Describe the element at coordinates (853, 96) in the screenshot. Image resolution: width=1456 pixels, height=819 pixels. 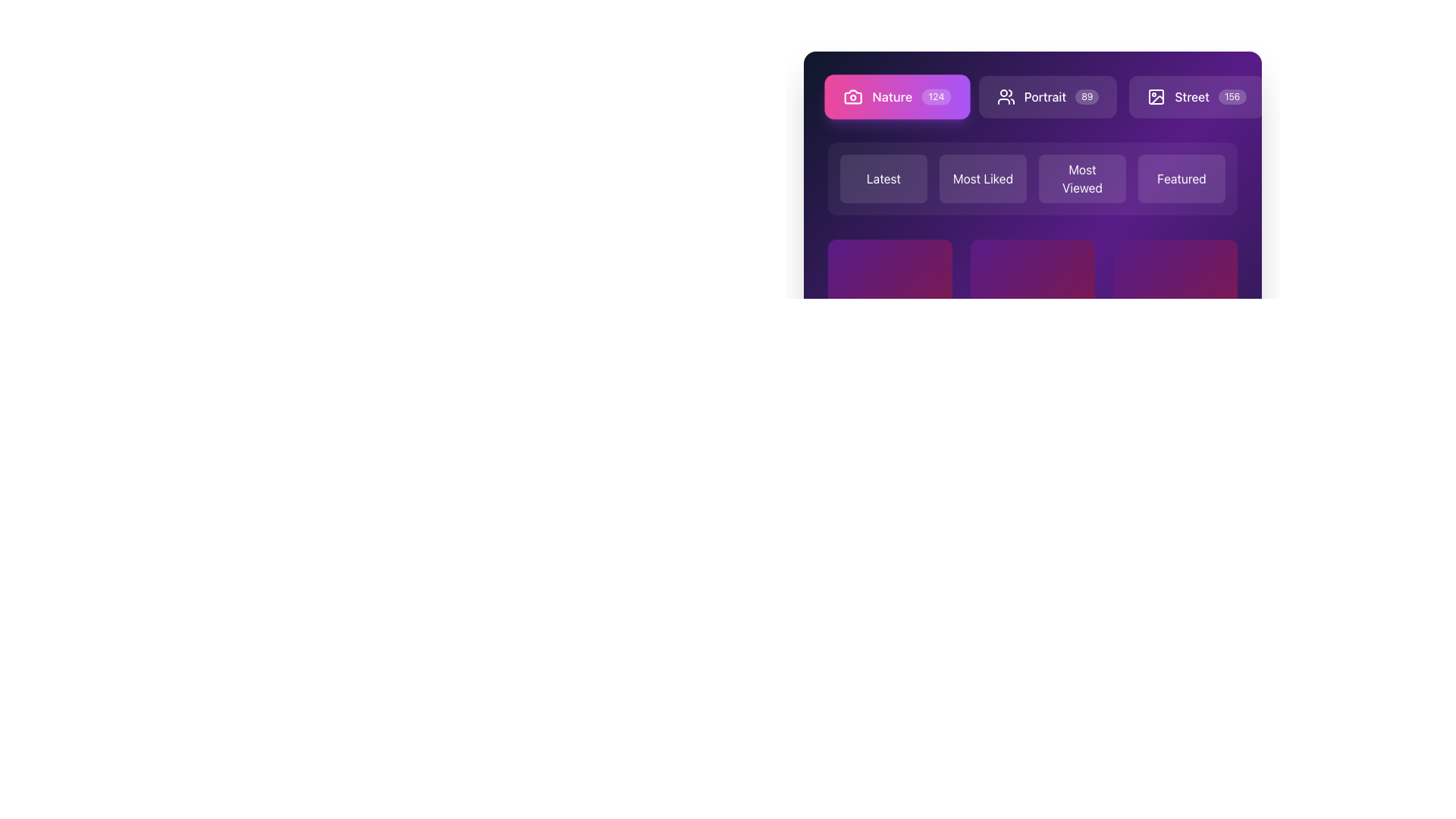
I see `the camera icon, which is represented with a line-drawing style on a solid pink background, located before the text 'Nature' and to the left of the badge '124'` at that location.